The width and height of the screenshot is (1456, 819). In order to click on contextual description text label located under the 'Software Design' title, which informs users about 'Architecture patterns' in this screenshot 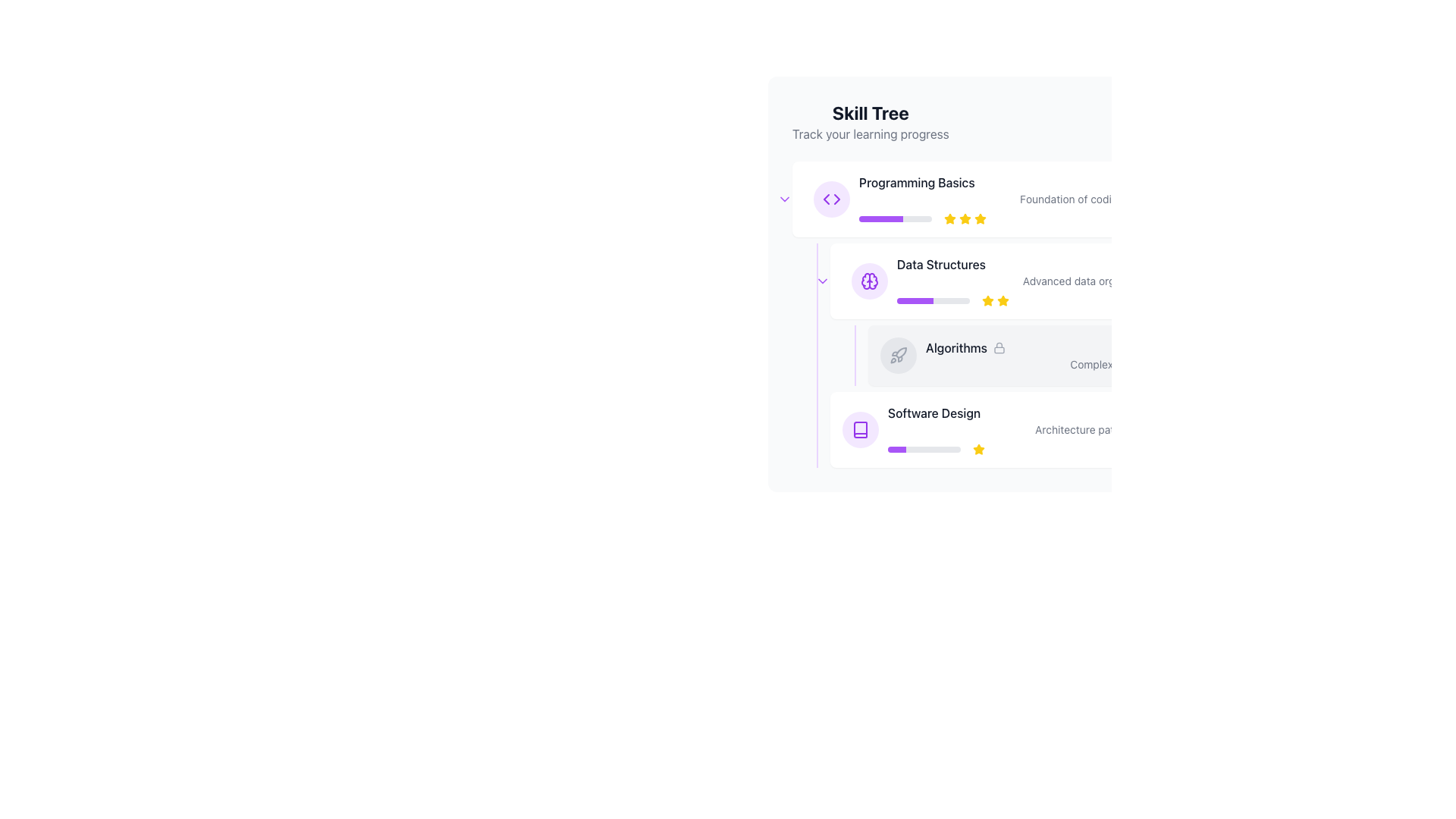, I will do `click(1086, 430)`.